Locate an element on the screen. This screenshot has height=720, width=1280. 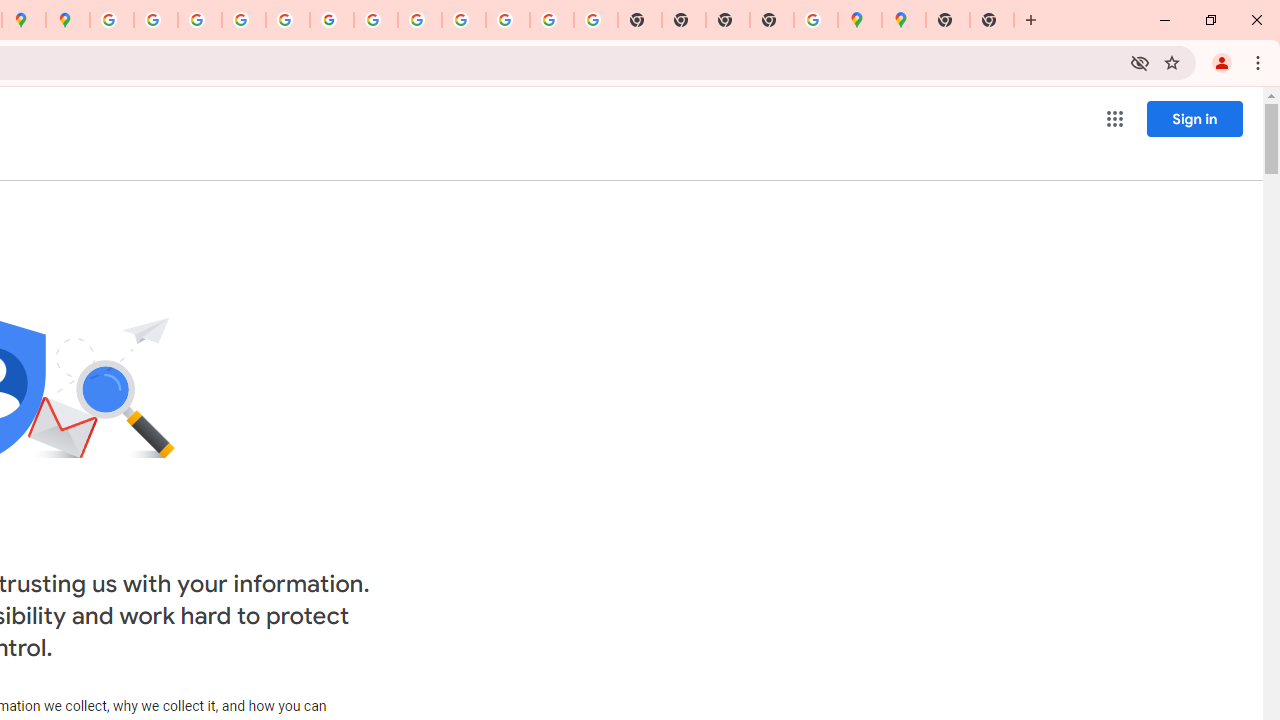
'New Tab' is located at coordinates (770, 20).